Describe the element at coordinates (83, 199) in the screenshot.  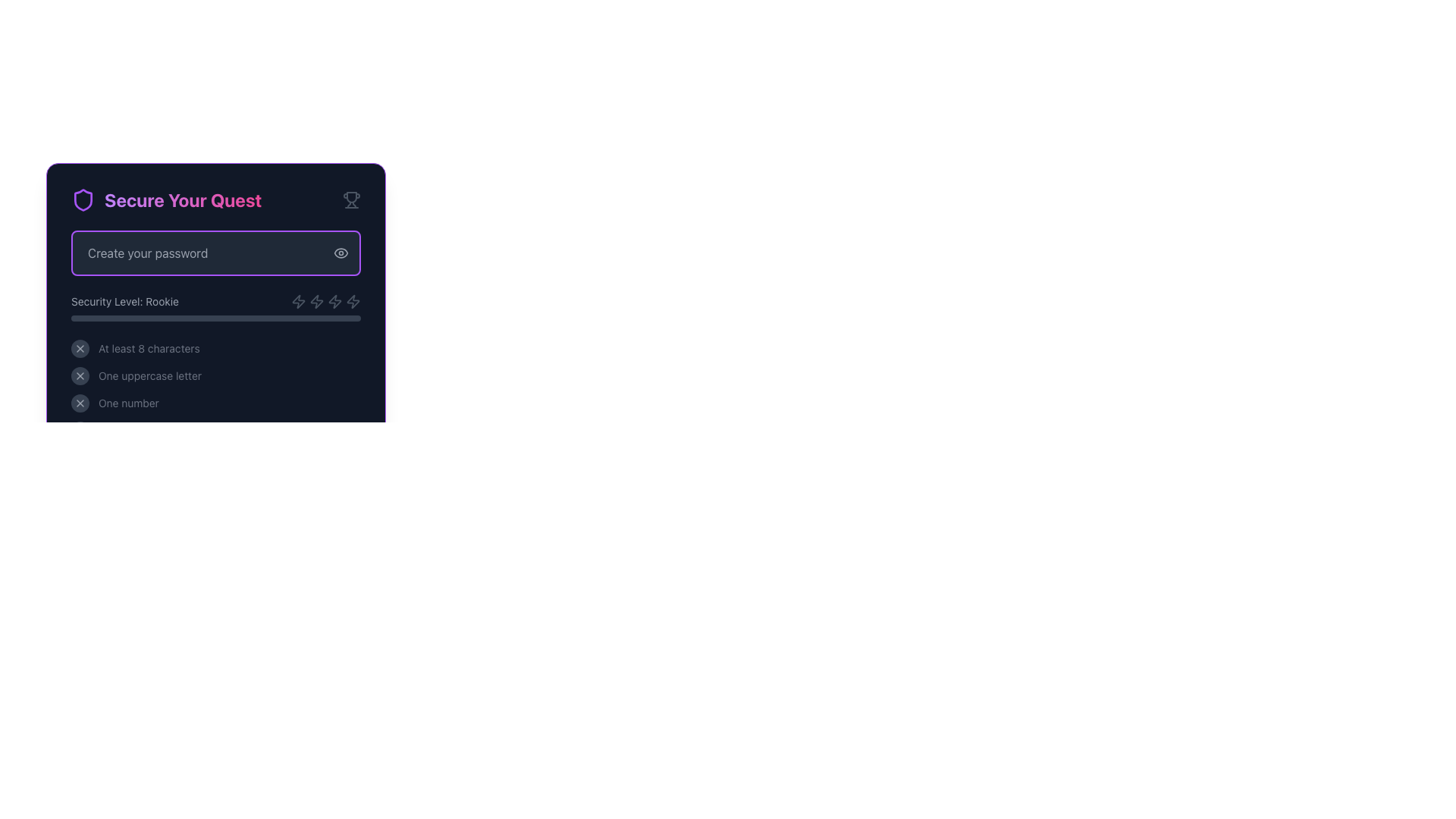
I see `the purple shield icon located in the 'Secure Your Quest' section, positioned to the left of the title text` at that location.